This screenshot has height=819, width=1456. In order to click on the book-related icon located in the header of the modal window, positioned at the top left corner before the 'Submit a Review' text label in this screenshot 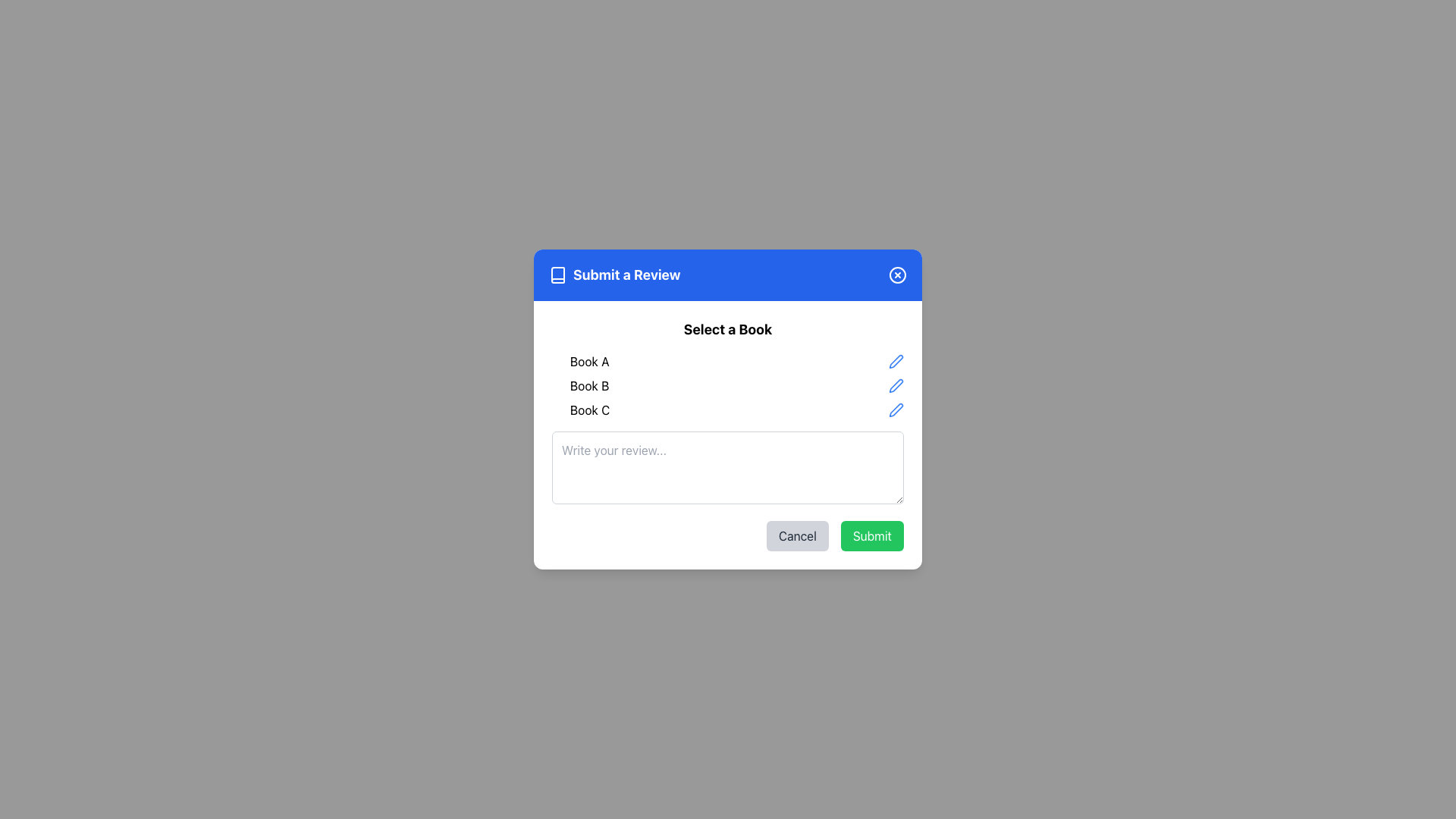, I will do `click(557, 275)`.